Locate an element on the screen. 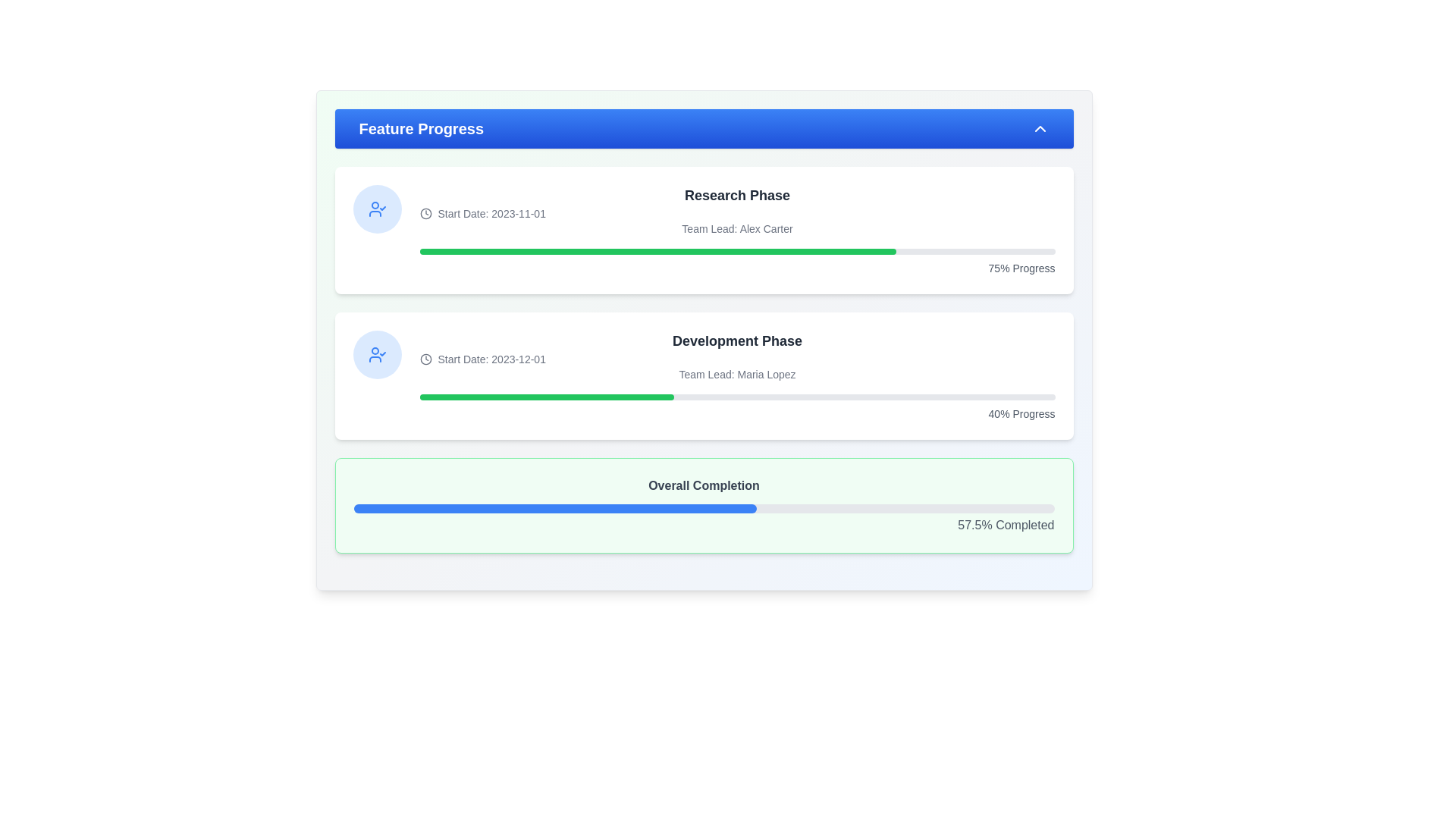 This screenshot has height=819, width=1456. the green progress bar located below the text 'Team Lead: Alex Carter' in the 'Research Phase' section is located at coordinates (737, 250).